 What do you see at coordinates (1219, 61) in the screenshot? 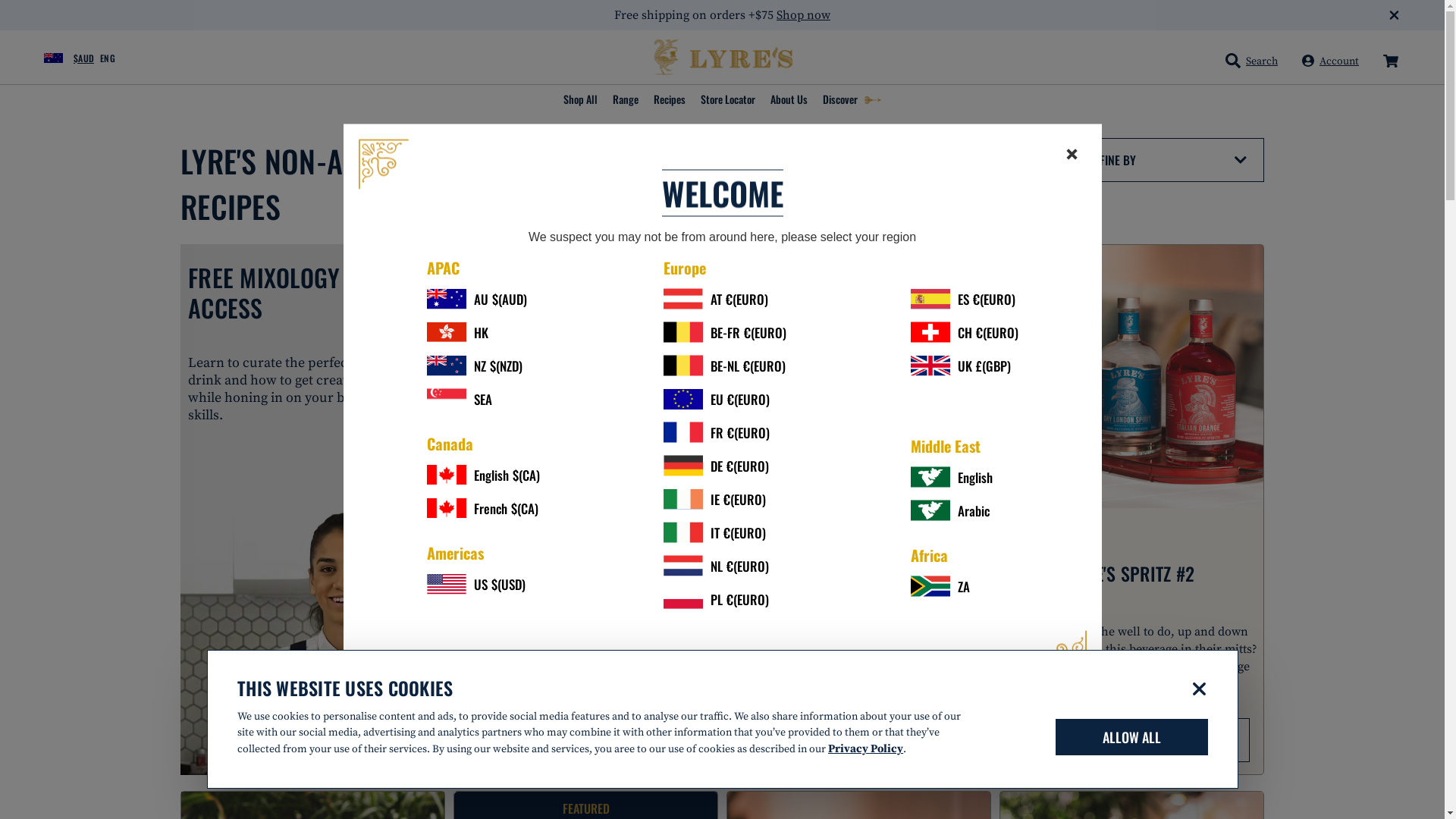
I see `'Search'` at bounding box center [1219, 61].